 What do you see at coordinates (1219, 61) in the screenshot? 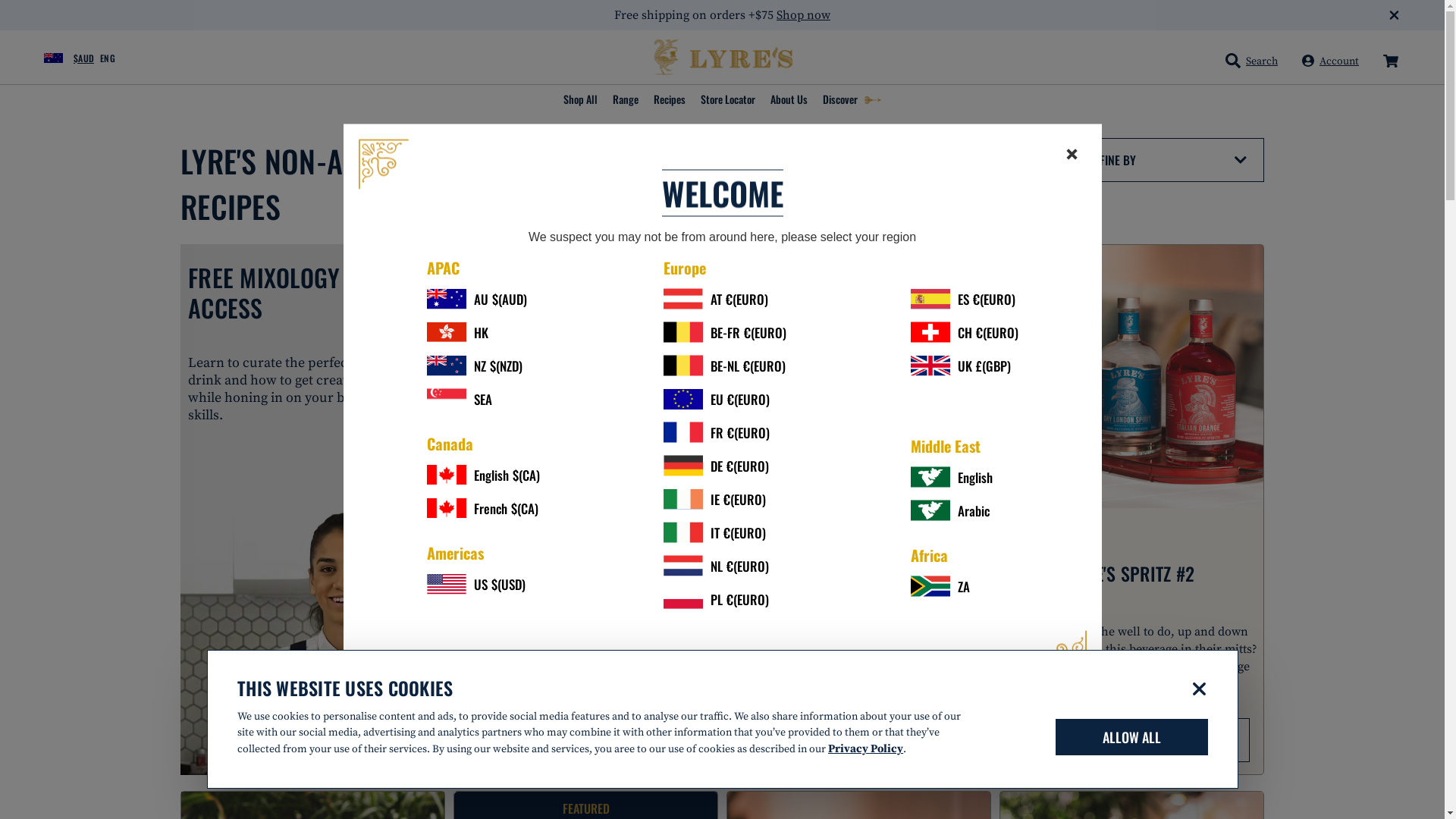
I see `'Search'` at bounding box center [1219, 61].